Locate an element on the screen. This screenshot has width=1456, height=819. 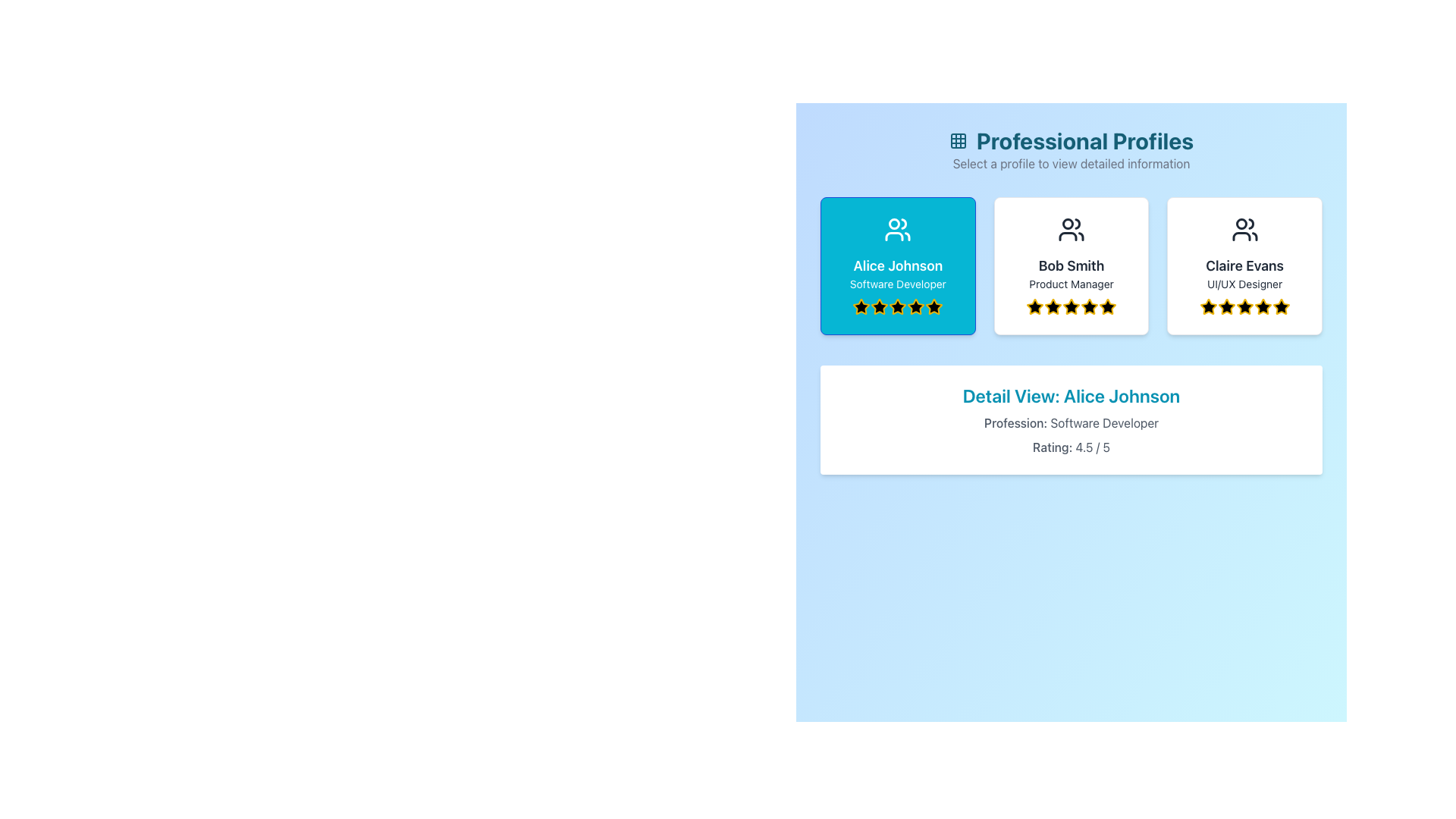
the text label that reads 'Alice Johnson', which is displayed in white text on a cyan background, positioned inside the first profile card at the top, below the professional profile icon is located at coordinates (898, 265).